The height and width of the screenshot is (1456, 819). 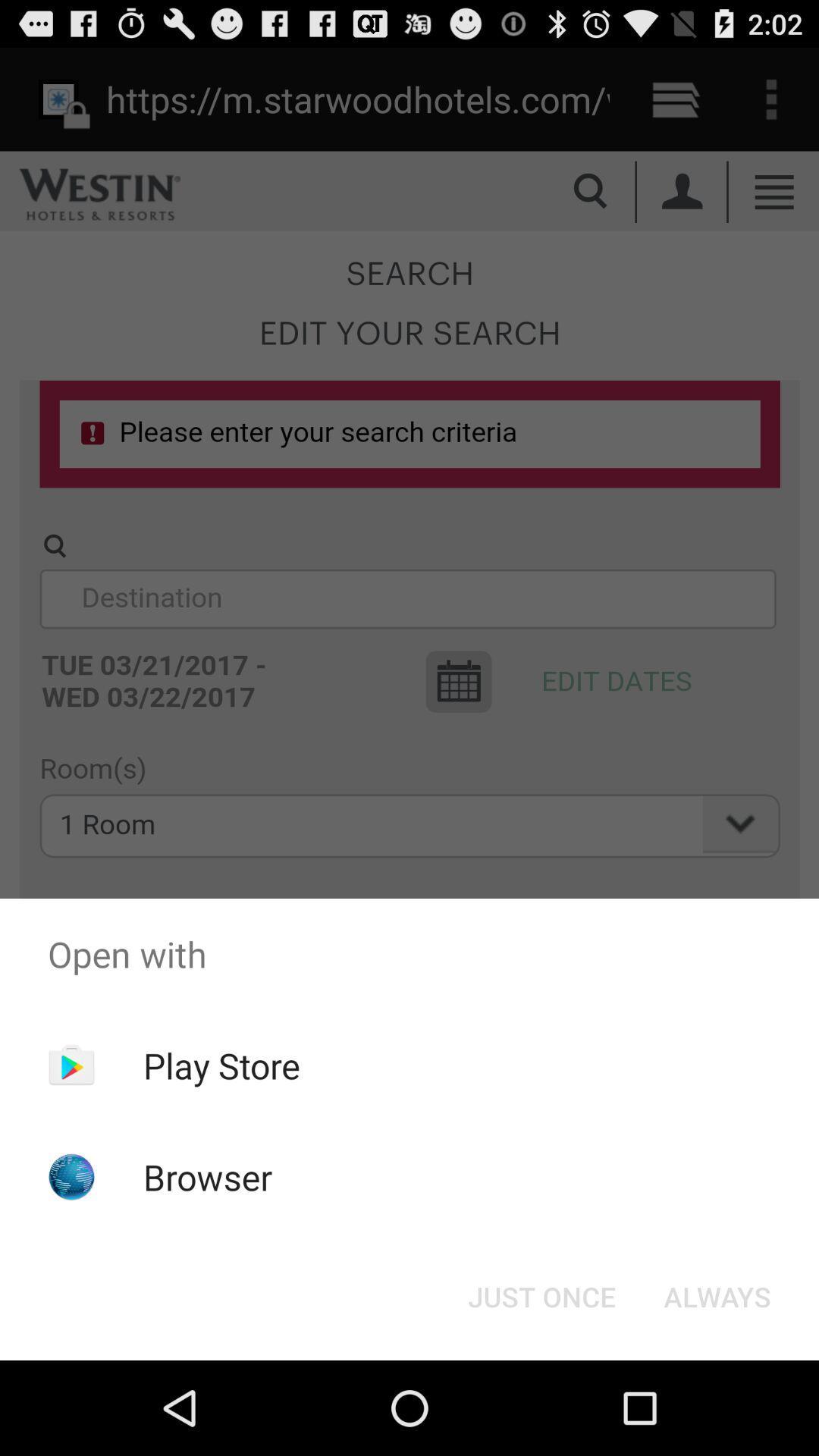 What do you see at coordinates (717, 1295) in the screenshot?
I see `item to the right of just once item` at bounding box center [717, 1295].